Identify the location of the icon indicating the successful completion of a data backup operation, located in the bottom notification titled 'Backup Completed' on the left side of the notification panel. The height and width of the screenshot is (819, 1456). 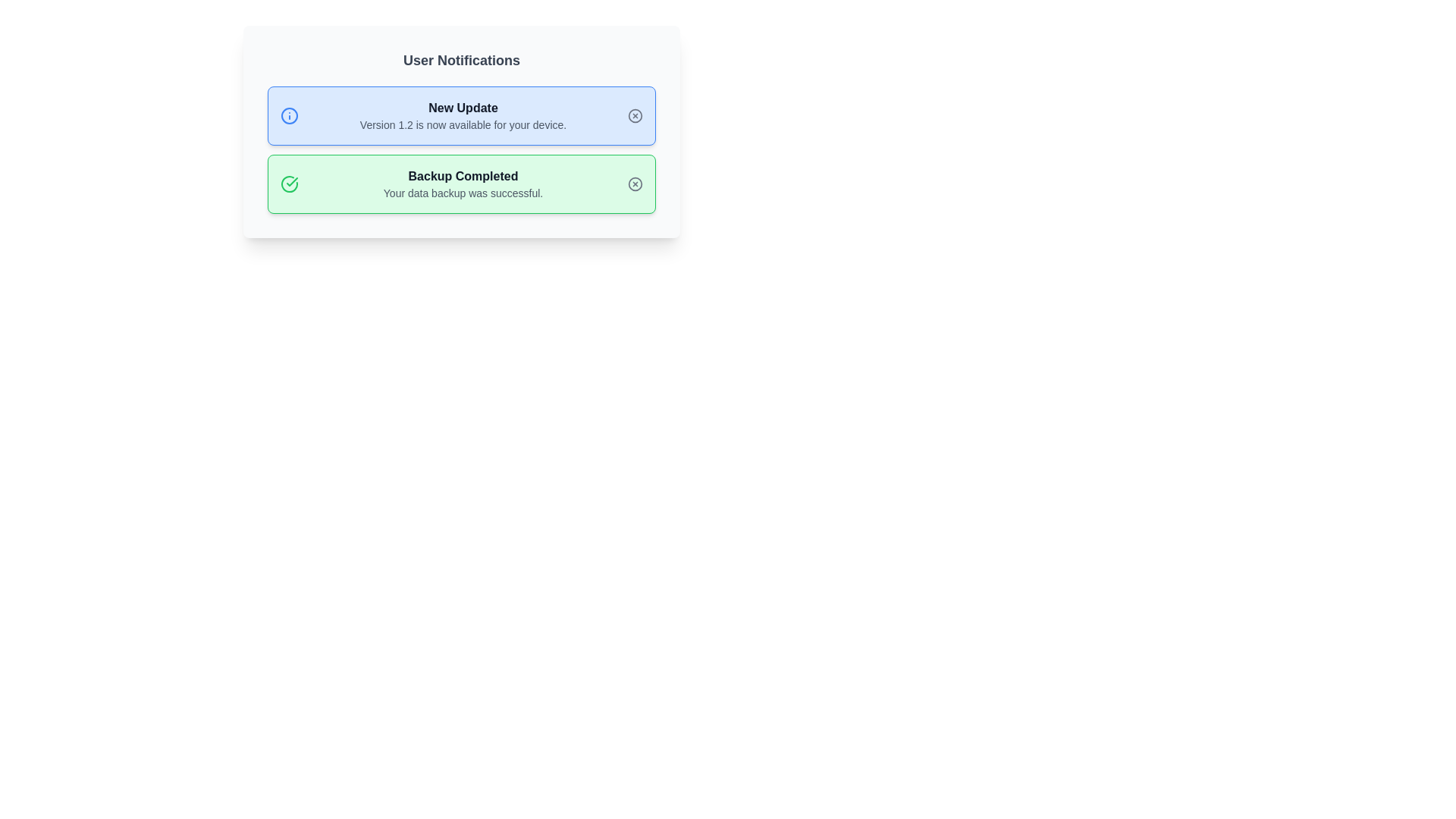
(290, 184).